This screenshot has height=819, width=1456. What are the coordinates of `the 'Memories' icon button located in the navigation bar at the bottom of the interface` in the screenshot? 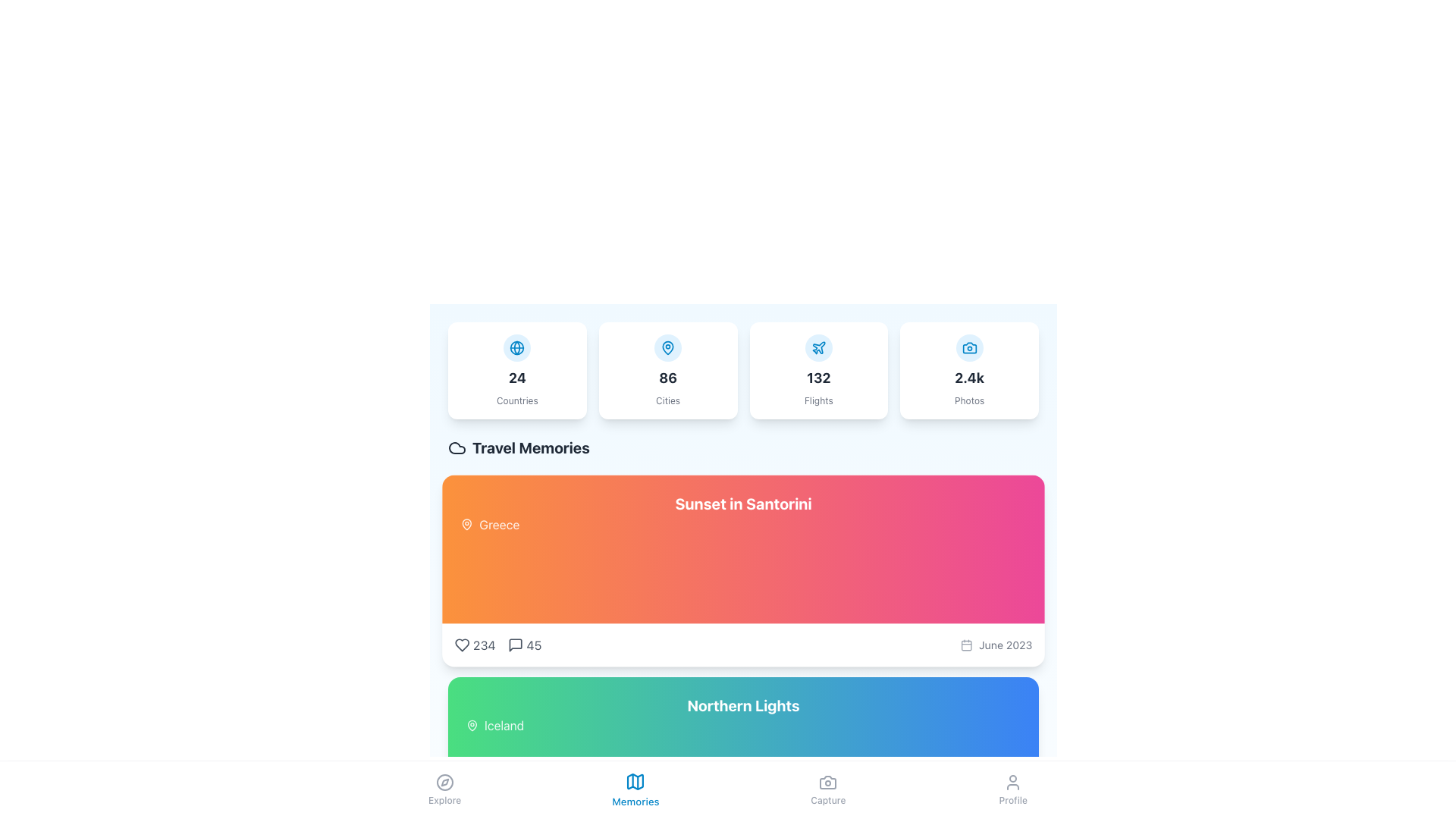 It's located at (635, 781).